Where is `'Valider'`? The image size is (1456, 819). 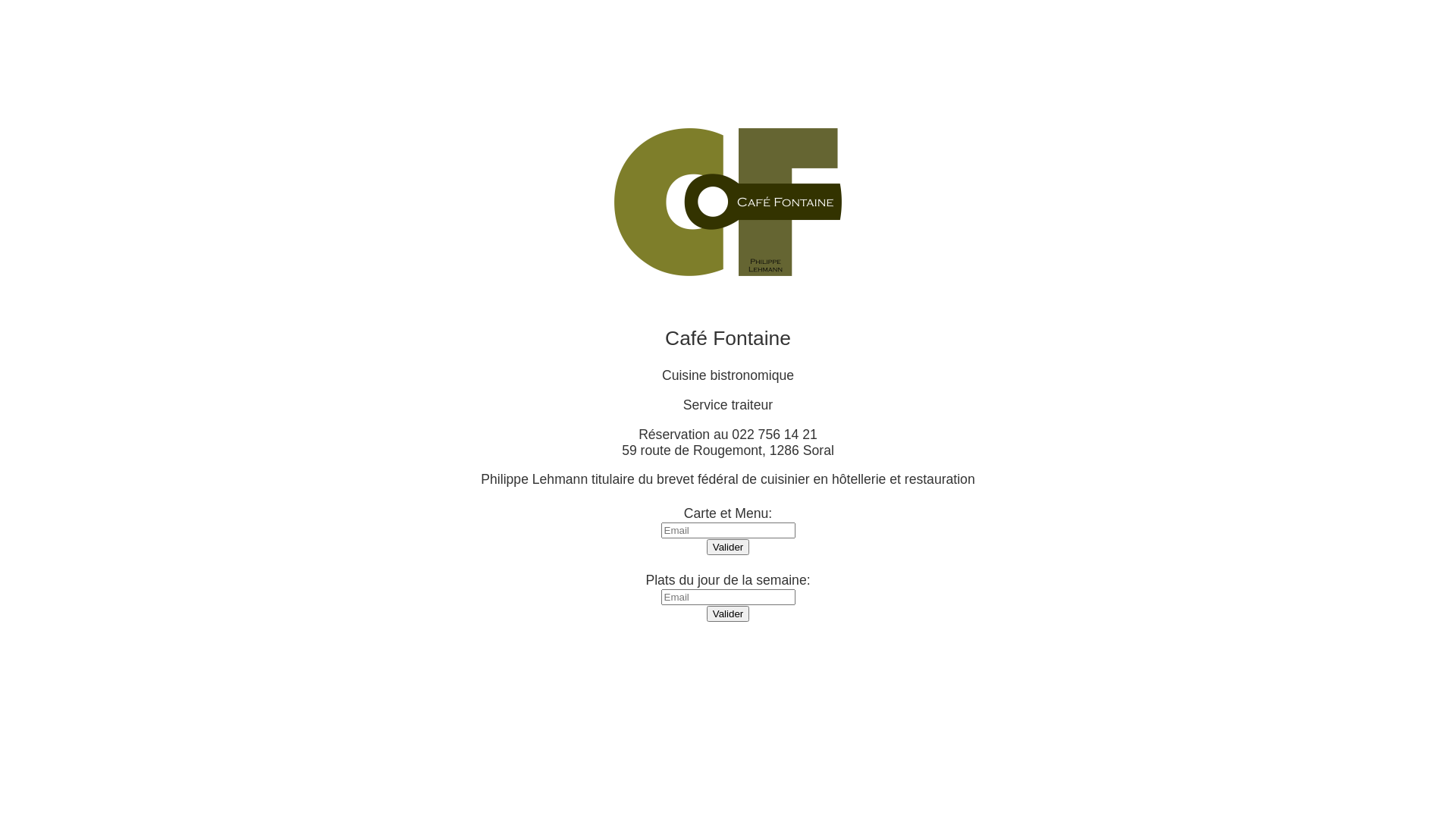 'Valider' is located at coordinates (728, 547).